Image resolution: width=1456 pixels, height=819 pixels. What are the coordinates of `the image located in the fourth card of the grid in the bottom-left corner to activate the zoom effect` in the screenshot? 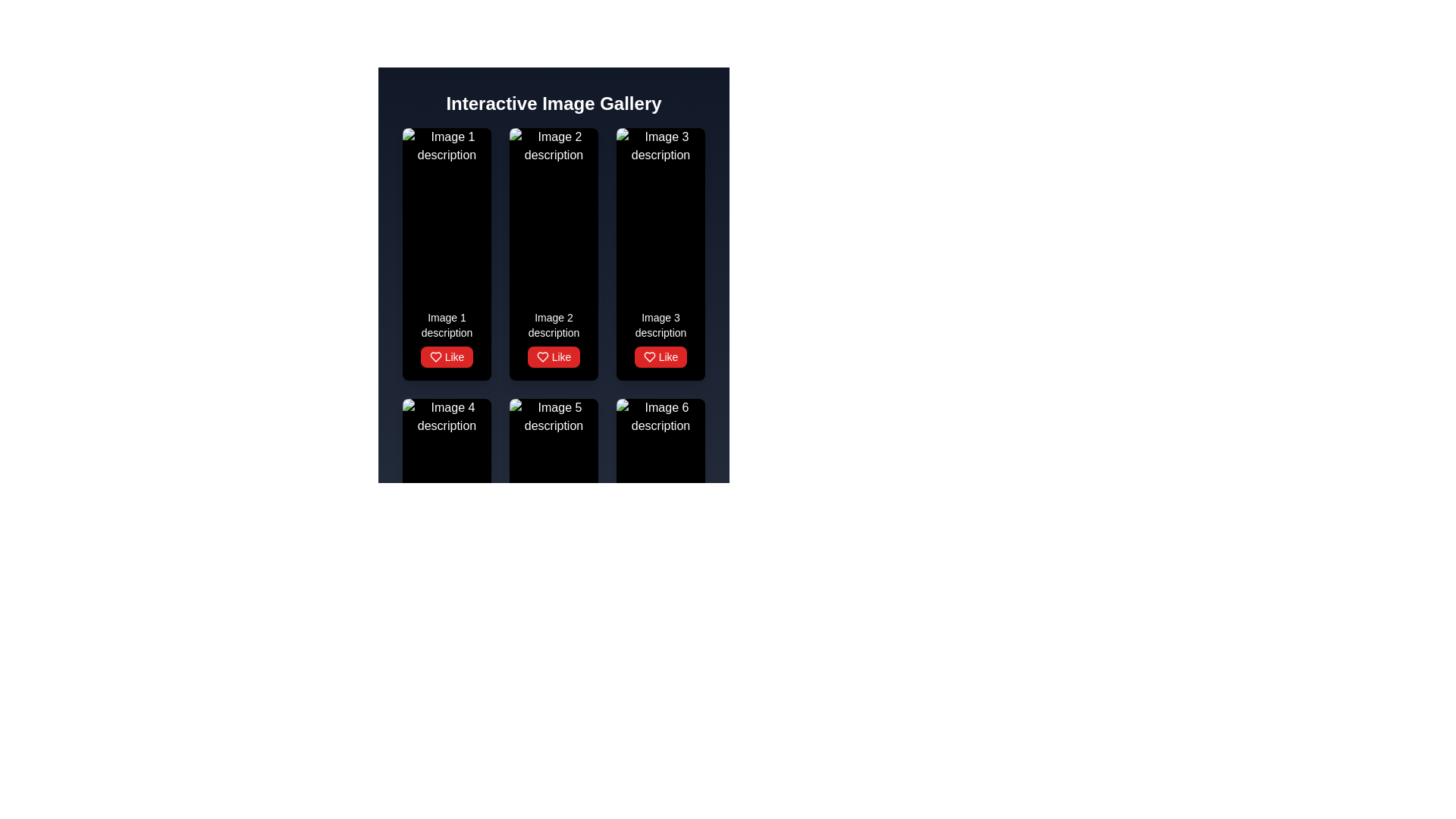 It's located at (446, 483).